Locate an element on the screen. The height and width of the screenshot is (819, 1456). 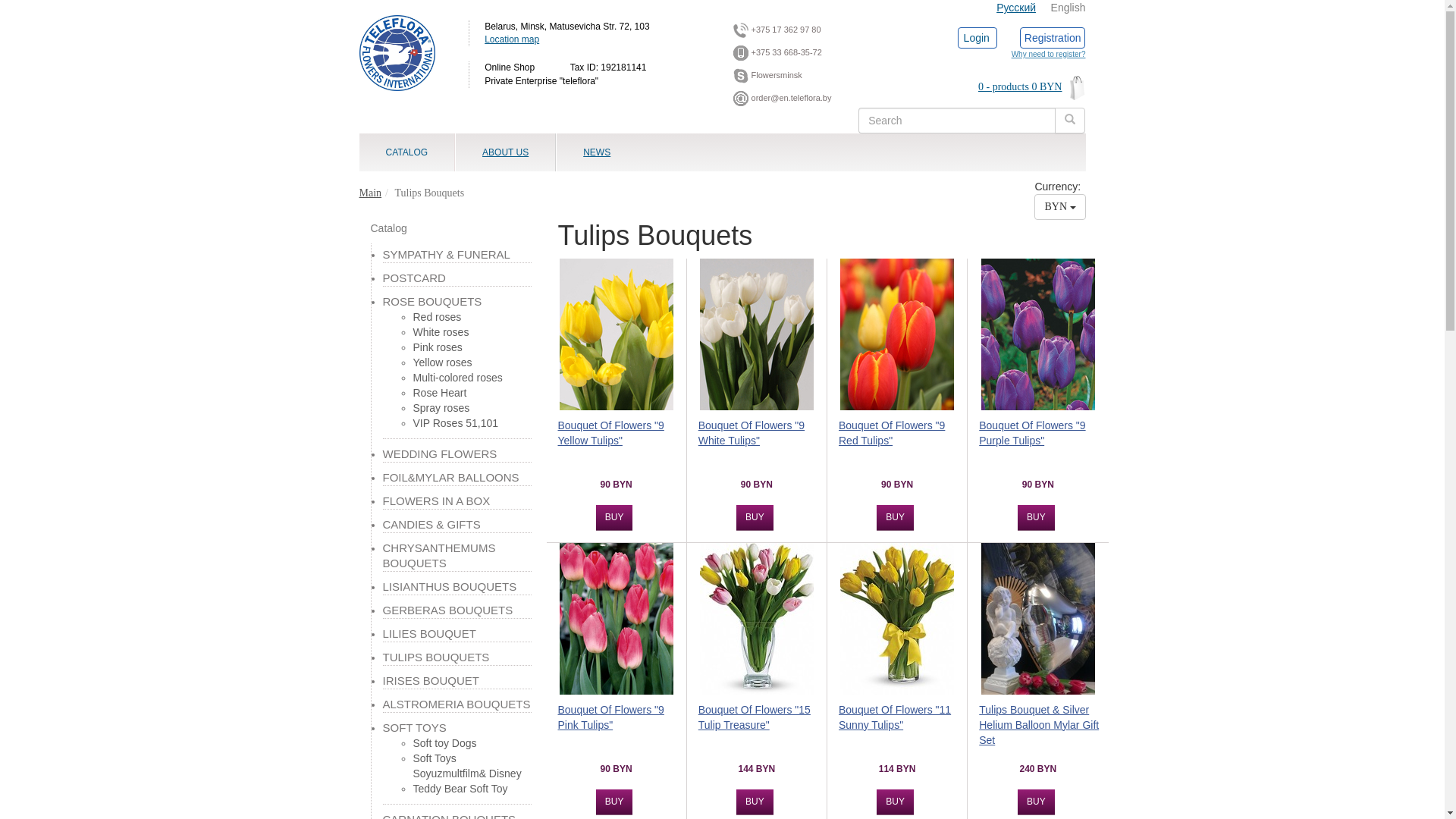
'FOIL&MYLAR BALLOONS' is located at coordinates (450, 476).